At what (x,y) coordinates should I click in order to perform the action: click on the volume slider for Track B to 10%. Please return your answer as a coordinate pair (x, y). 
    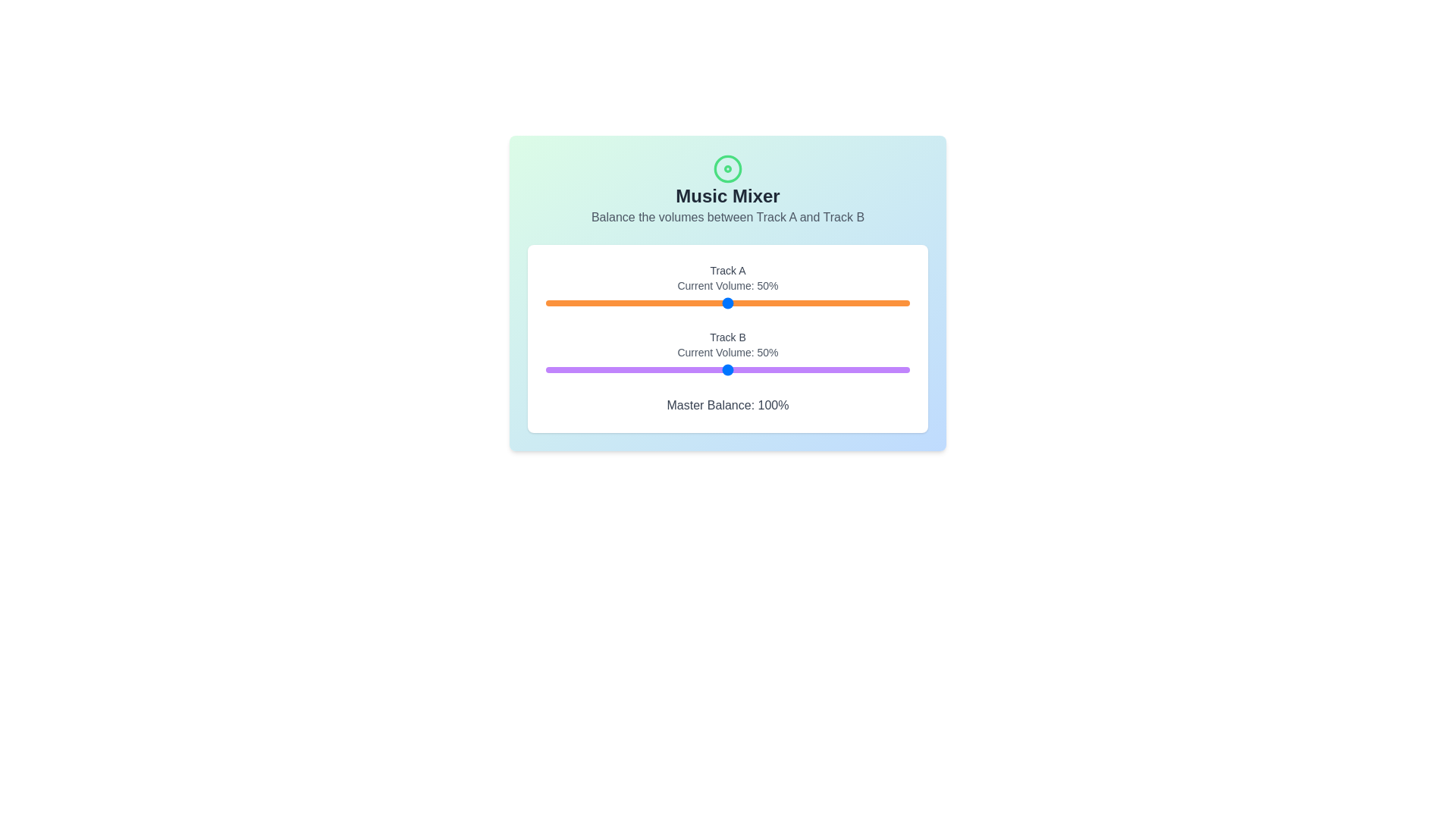
    Looking at the image, I should click on (582, 370).